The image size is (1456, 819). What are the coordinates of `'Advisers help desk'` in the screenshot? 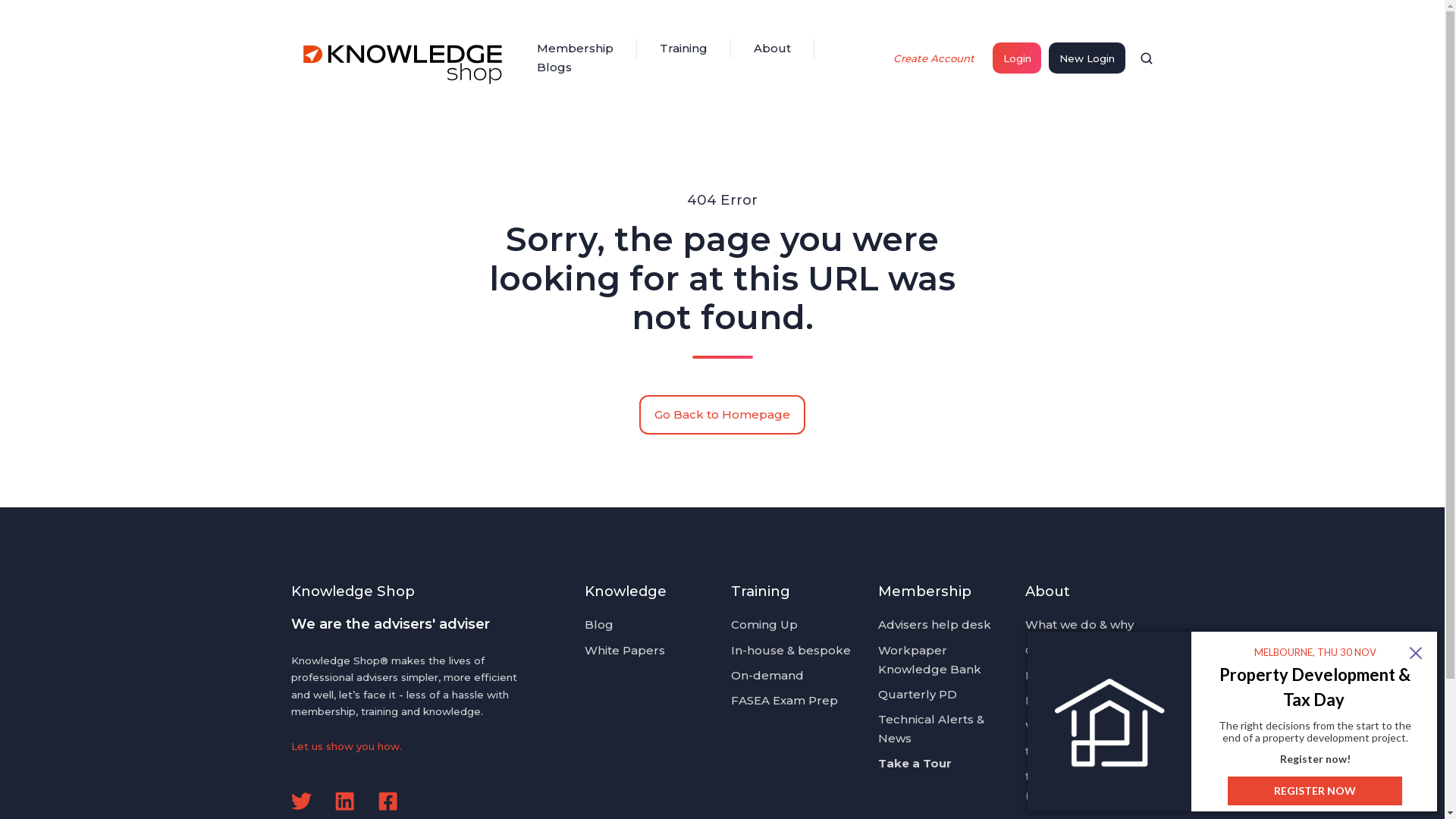 It's located at (934, 624).